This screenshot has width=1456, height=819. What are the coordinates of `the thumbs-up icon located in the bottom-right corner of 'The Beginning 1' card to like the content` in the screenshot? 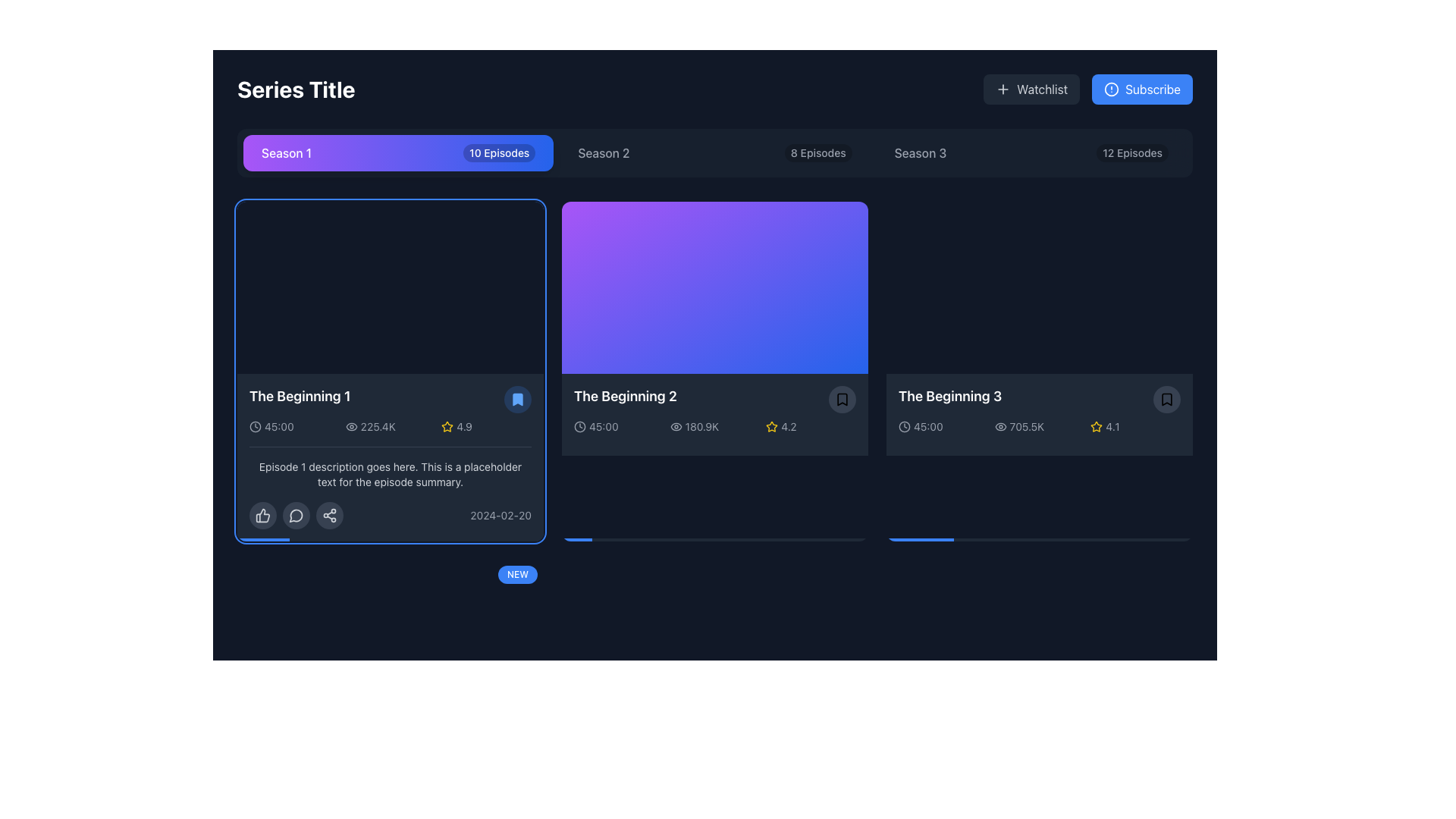 It's located at (262, 515).